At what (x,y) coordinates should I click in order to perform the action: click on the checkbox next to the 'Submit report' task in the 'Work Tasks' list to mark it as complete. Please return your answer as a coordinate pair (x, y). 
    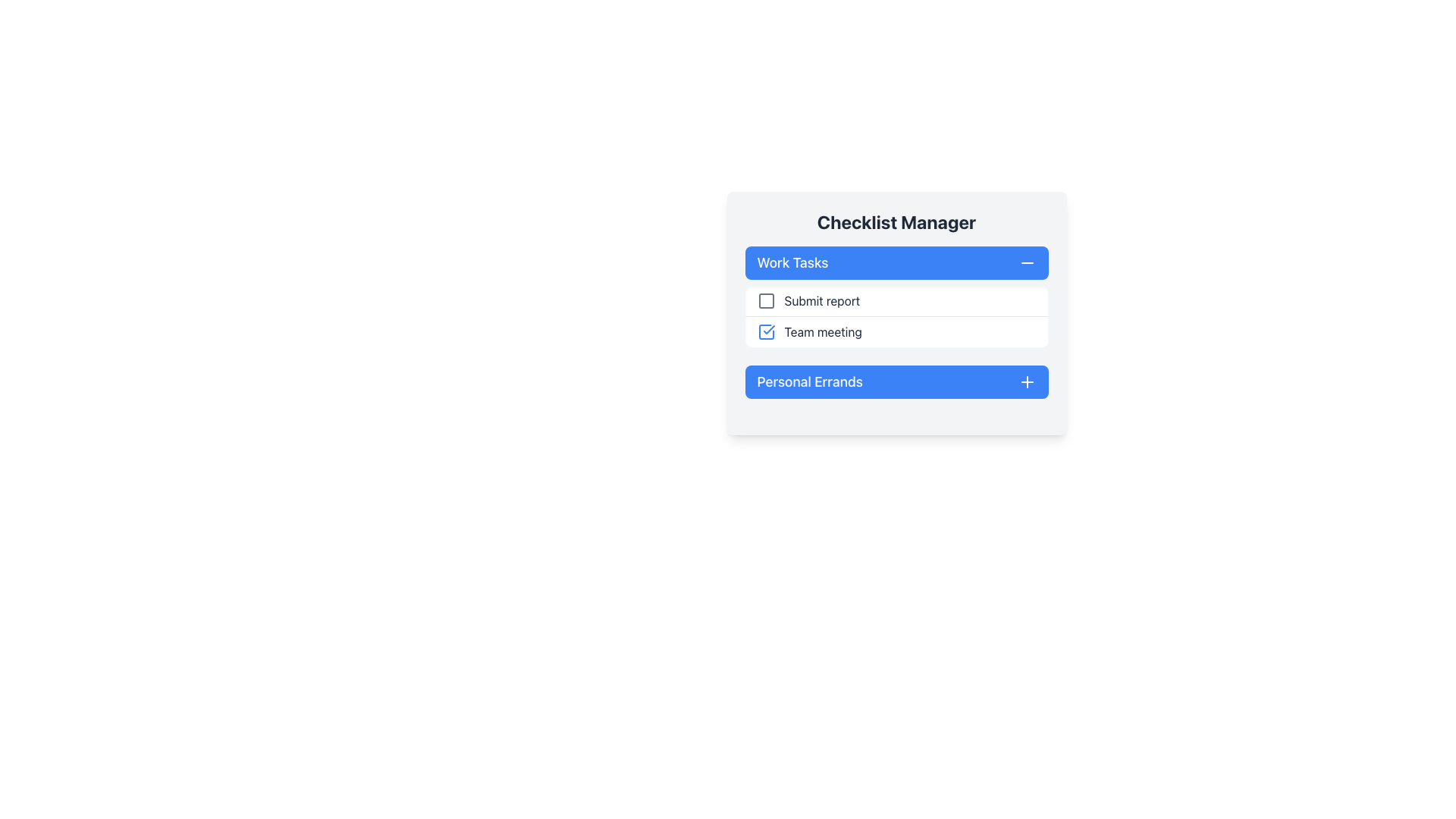
    Looking at the image, I should click on (896, 297).